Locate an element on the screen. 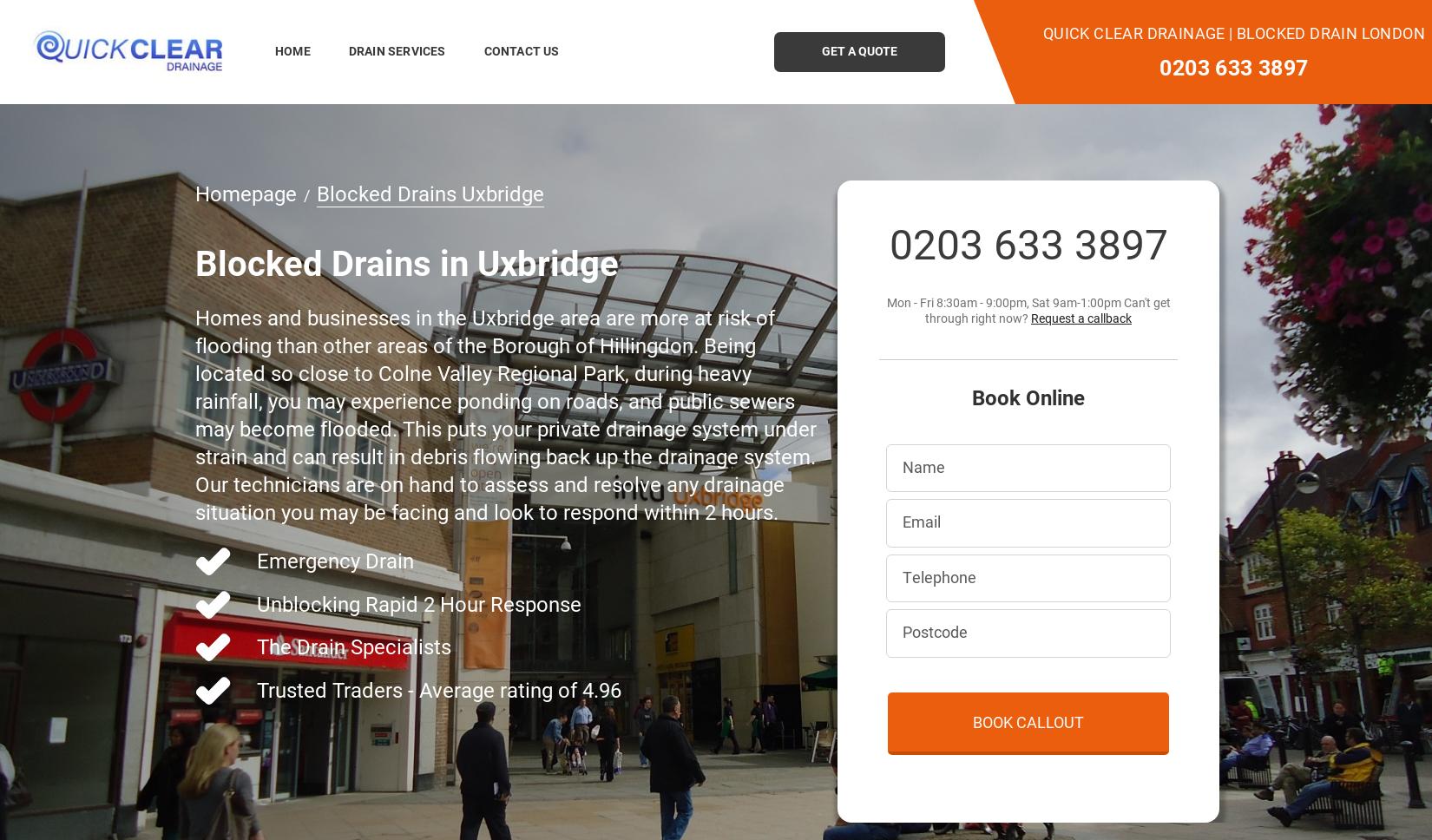 This screenshot has width=1432, height=840. '/' is located at coordinates (303, 194).